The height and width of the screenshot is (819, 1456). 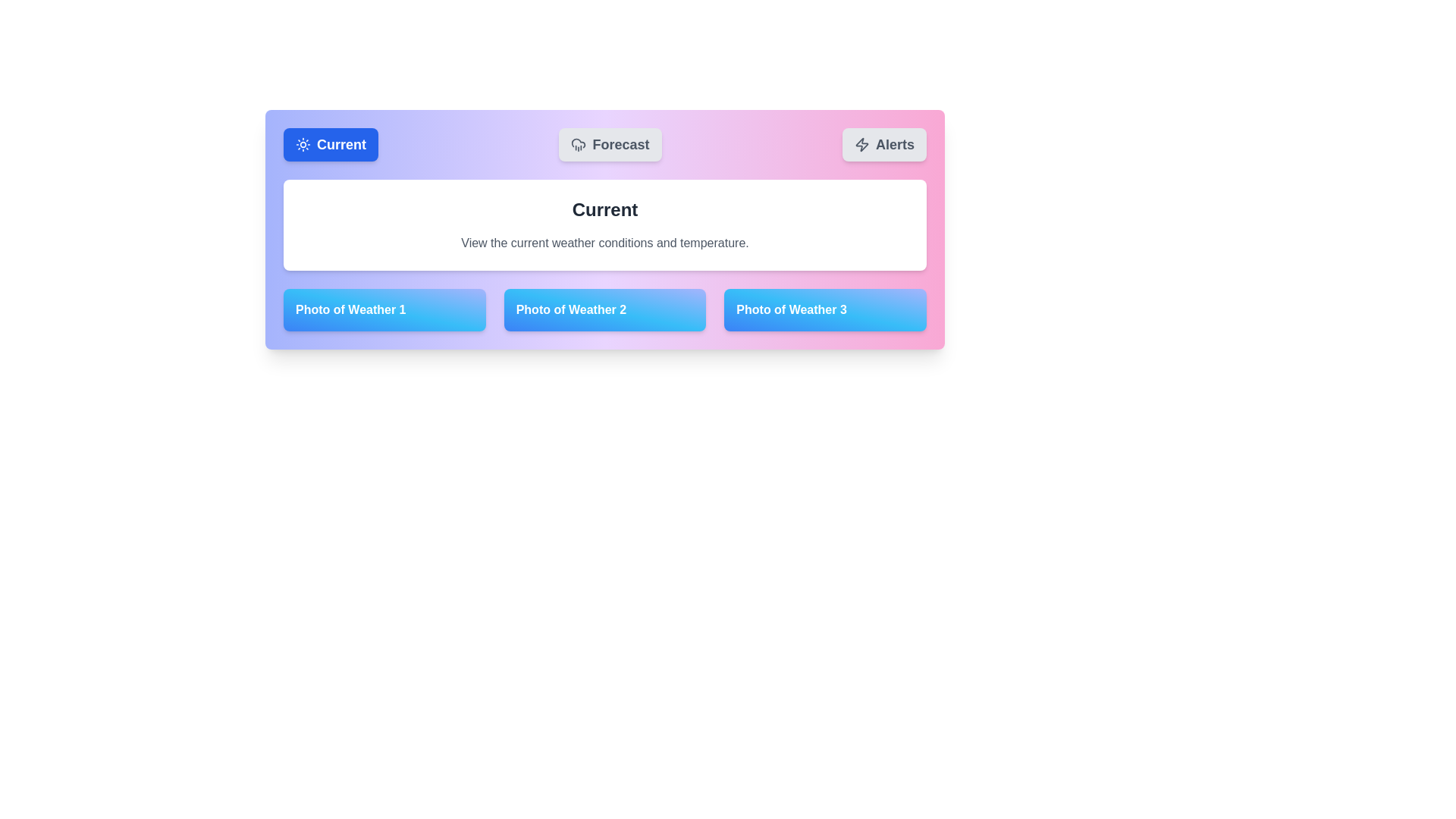 What do you see at coordinates (824, 309) in the screenshot?
I see `the non-interactive styled text label or button representing 'Photo of Weather 3', located in the rightmost position of a row of three buttons below the 'Current' section` at bounding box center [824, 309].